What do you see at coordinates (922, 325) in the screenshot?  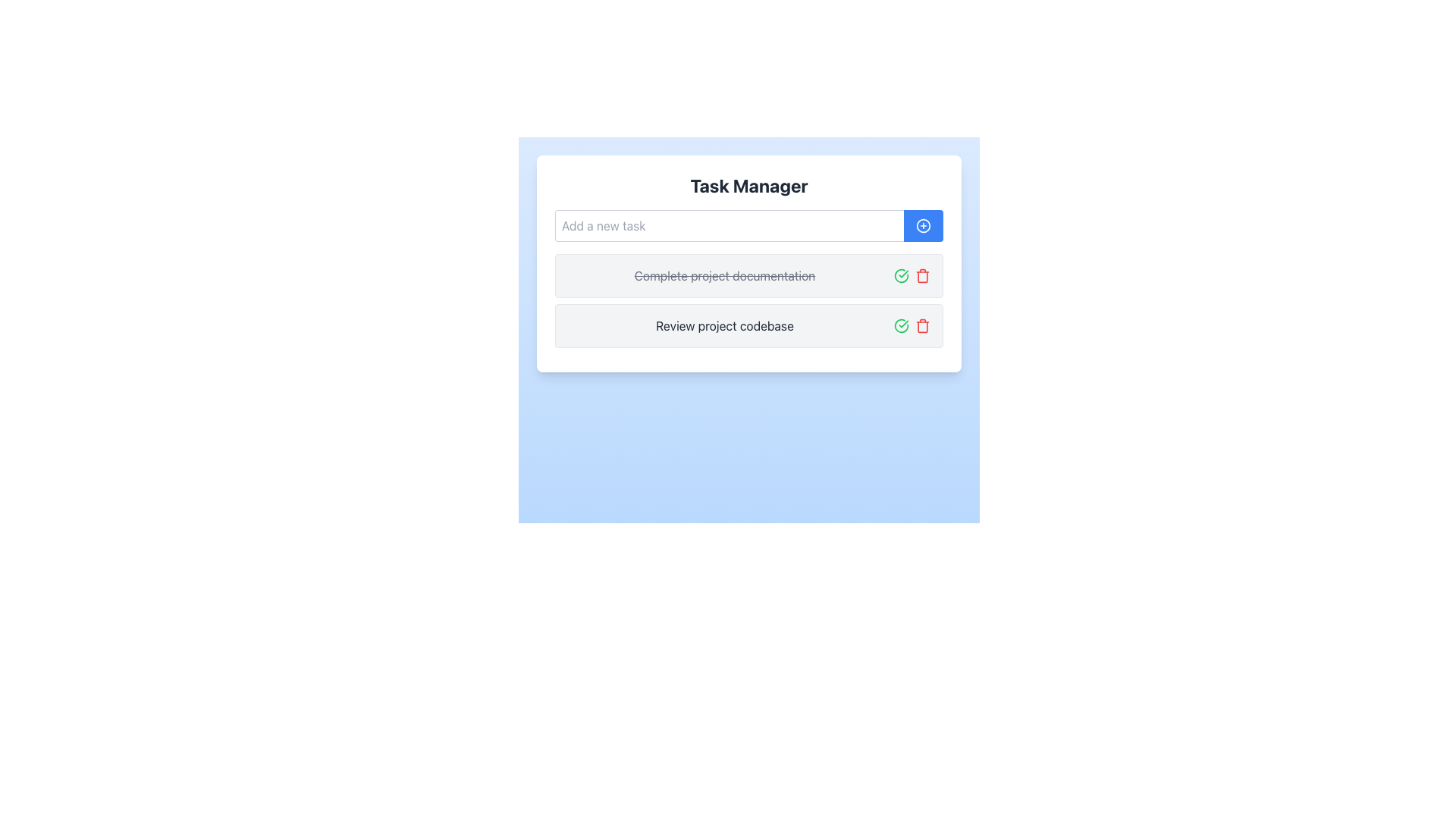 I see `the delete icon located at the far-right end of the task entry for 'Review project codebase'` at bounding box center [922, 325].